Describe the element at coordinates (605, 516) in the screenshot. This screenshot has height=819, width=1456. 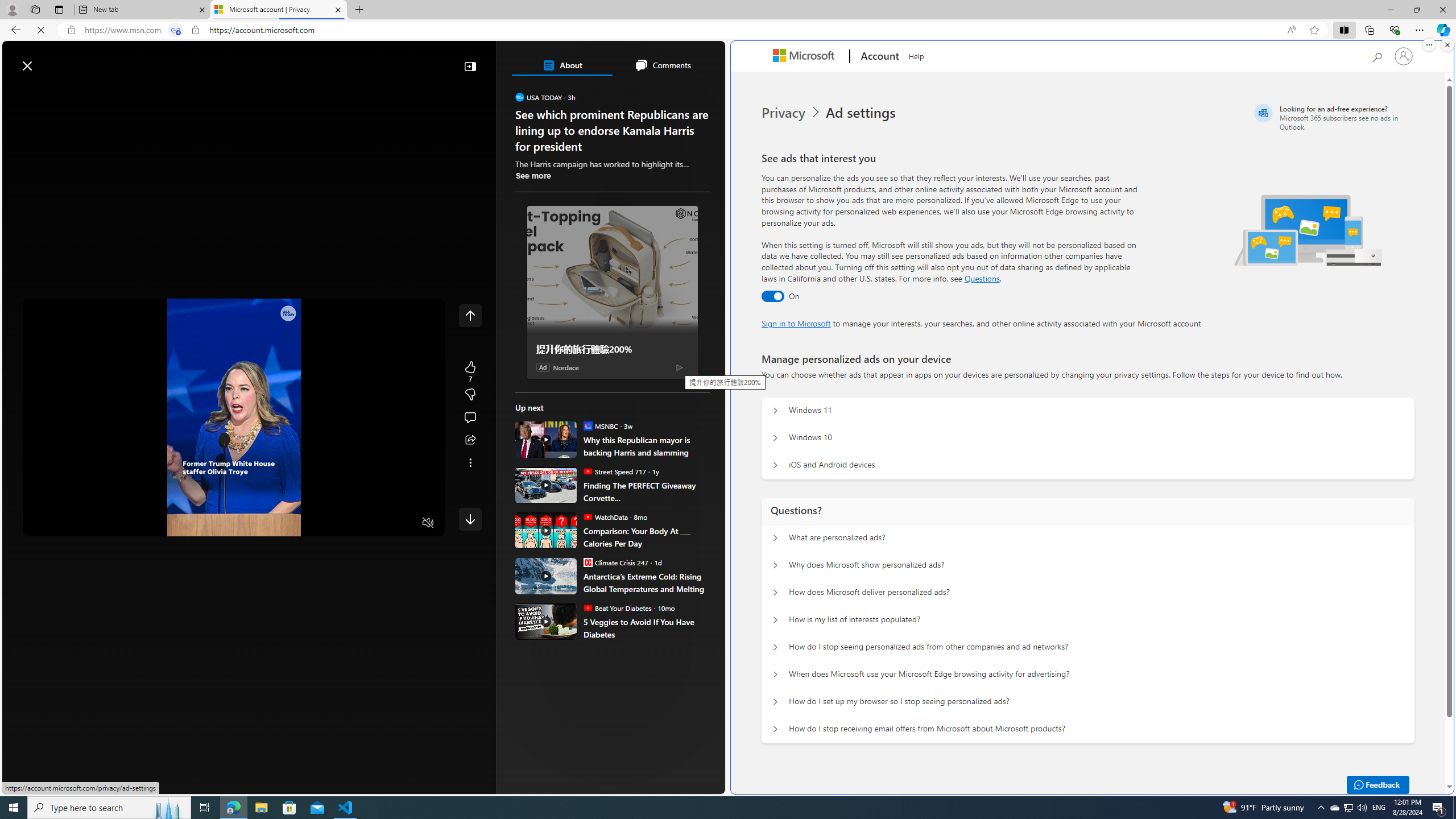
I see `'WatchData WatchData'` at that location.